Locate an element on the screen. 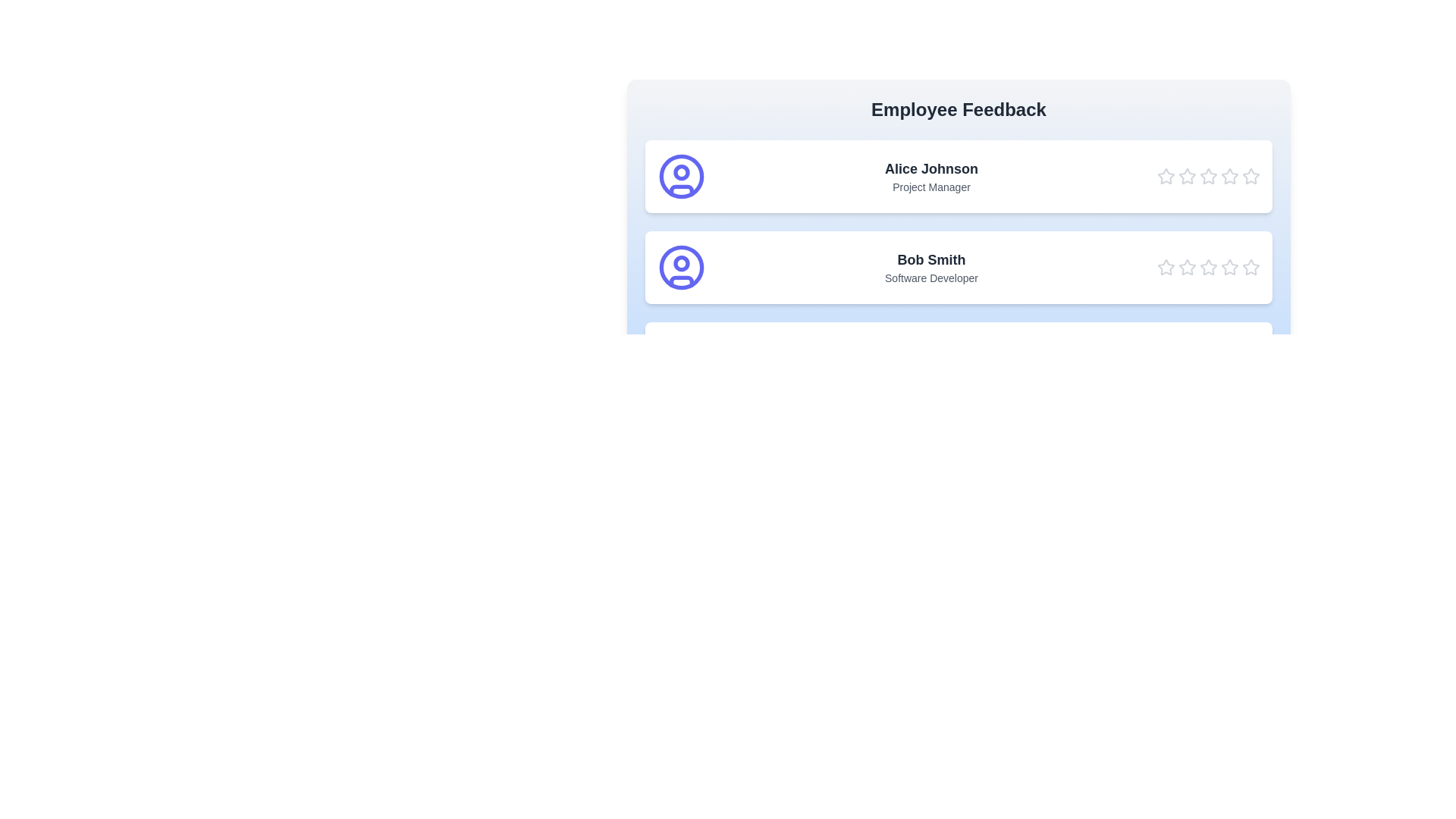  the star corresponding to 3 stars for the employee Bob Smith is located at coordinates (1207, 267).